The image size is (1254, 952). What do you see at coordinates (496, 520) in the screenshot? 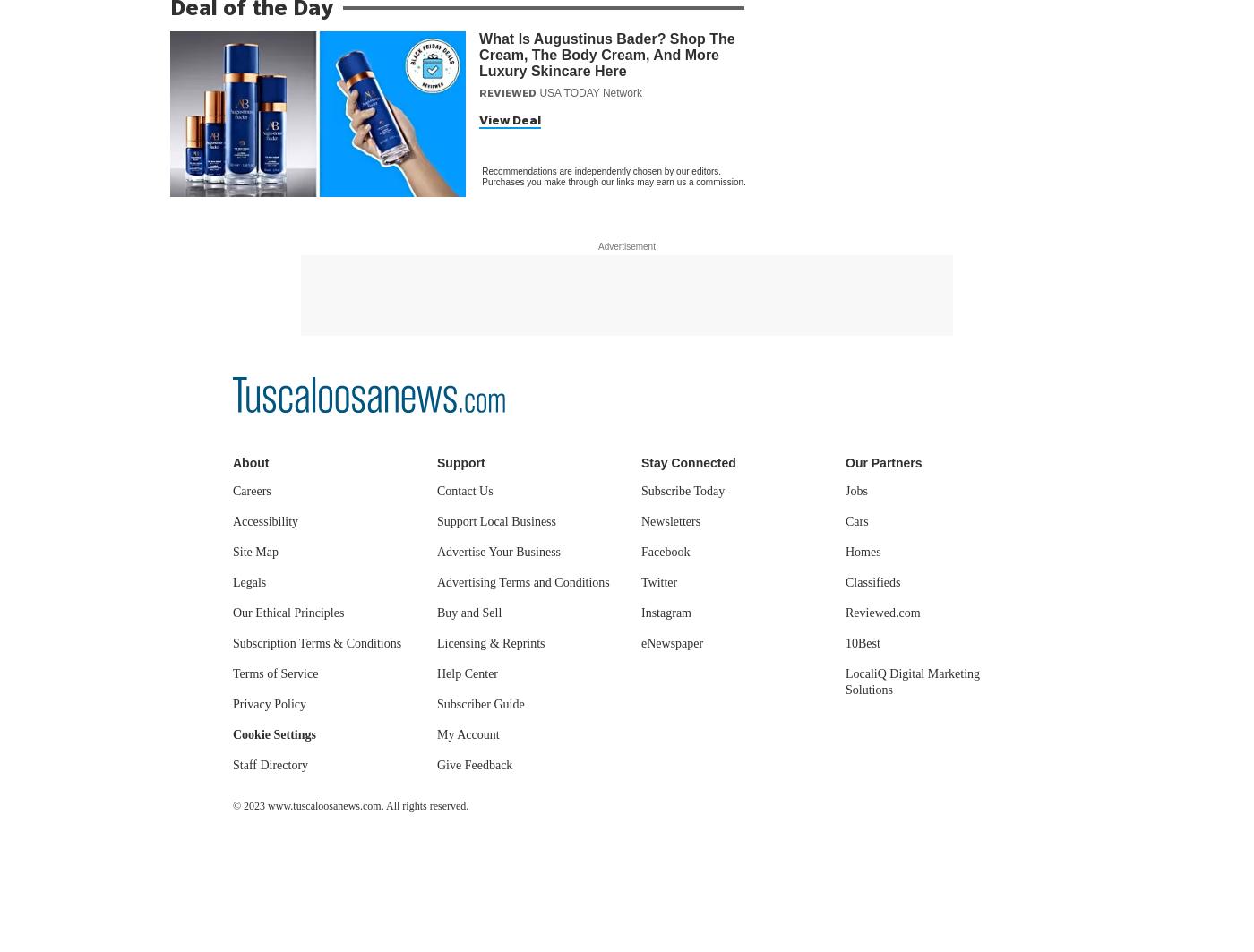
I see `'Support Local Business'` at bounding box center [496, 520].